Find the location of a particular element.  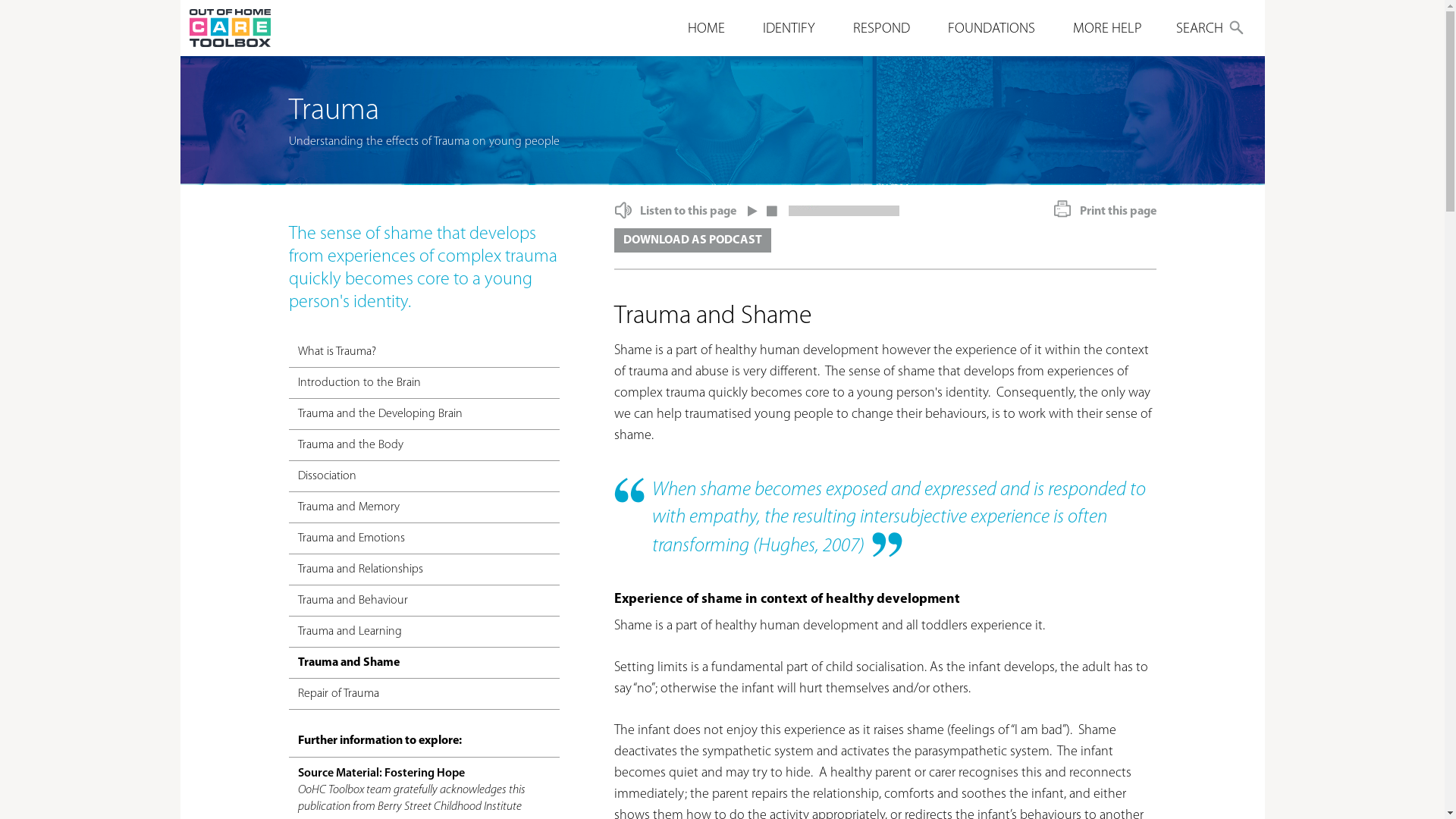

'IDENTIFY' is located at coordinates (789, 29).